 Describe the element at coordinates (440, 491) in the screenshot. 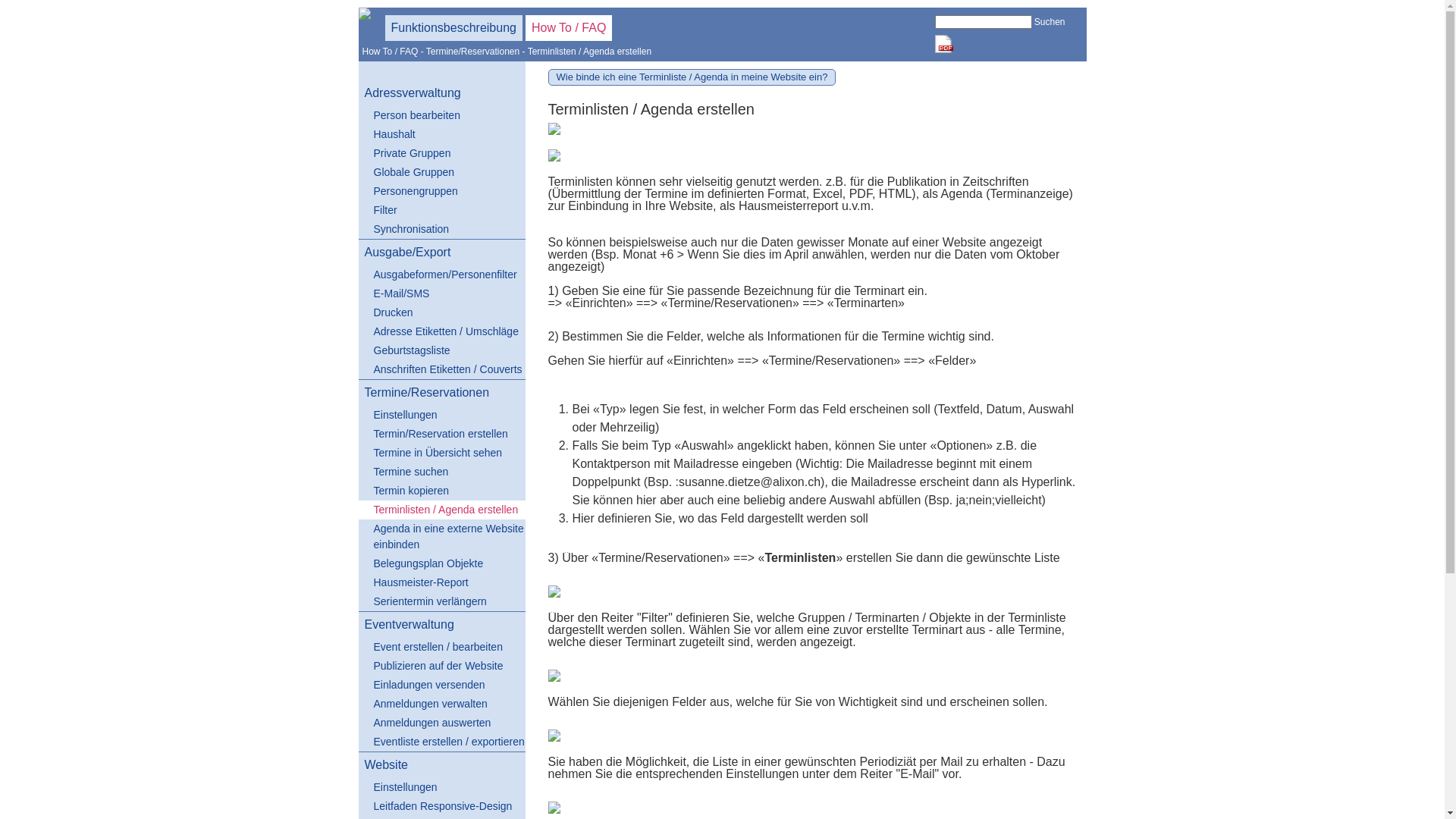

I see `'Termin kopieren'` at that location.